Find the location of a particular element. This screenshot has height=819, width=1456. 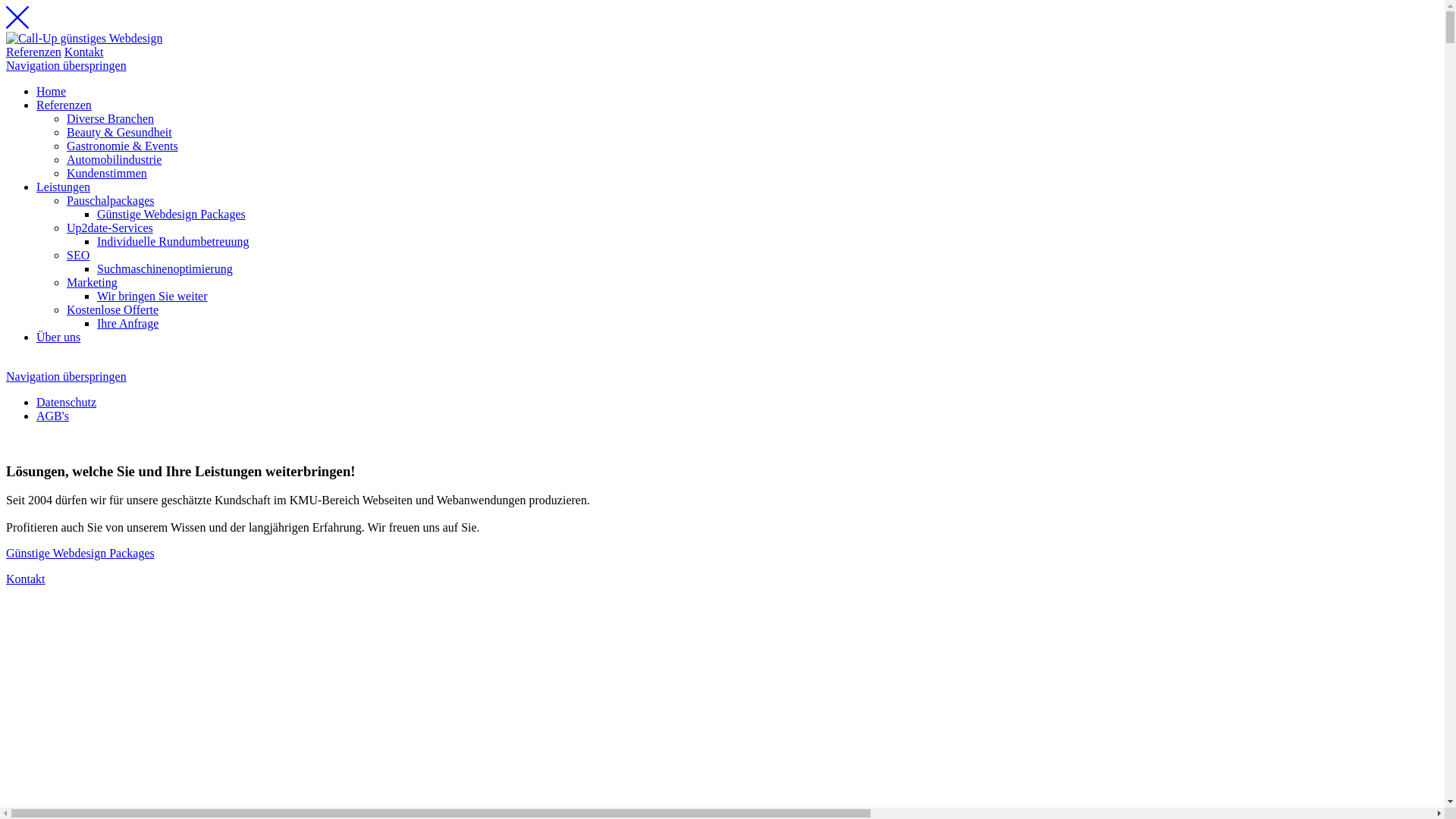

'Wir bringen Sie weiter' is located at coordinates (152, 296).